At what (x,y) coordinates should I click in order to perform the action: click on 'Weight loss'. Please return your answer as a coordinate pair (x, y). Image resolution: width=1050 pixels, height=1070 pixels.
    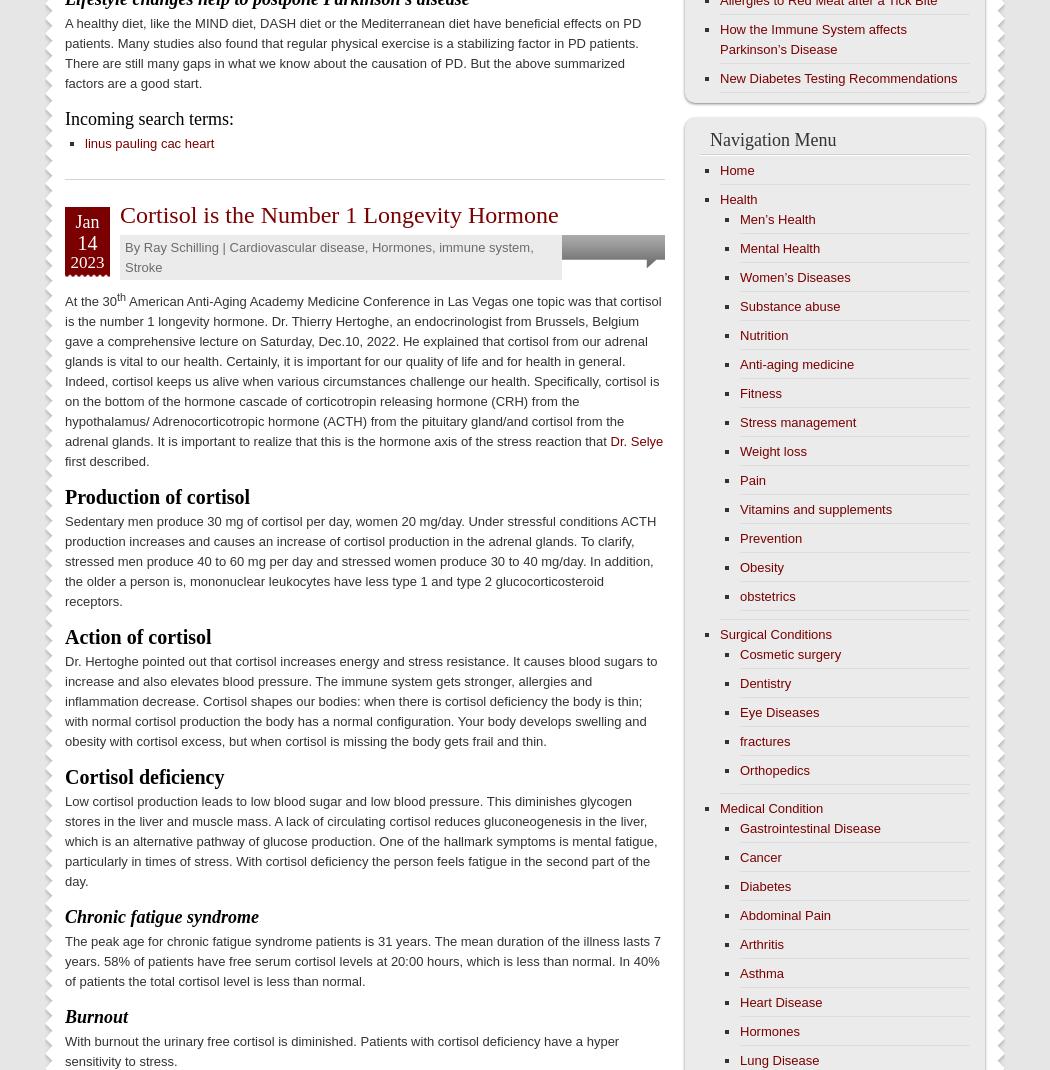
    Looking at the image, I should click on (773, 451).